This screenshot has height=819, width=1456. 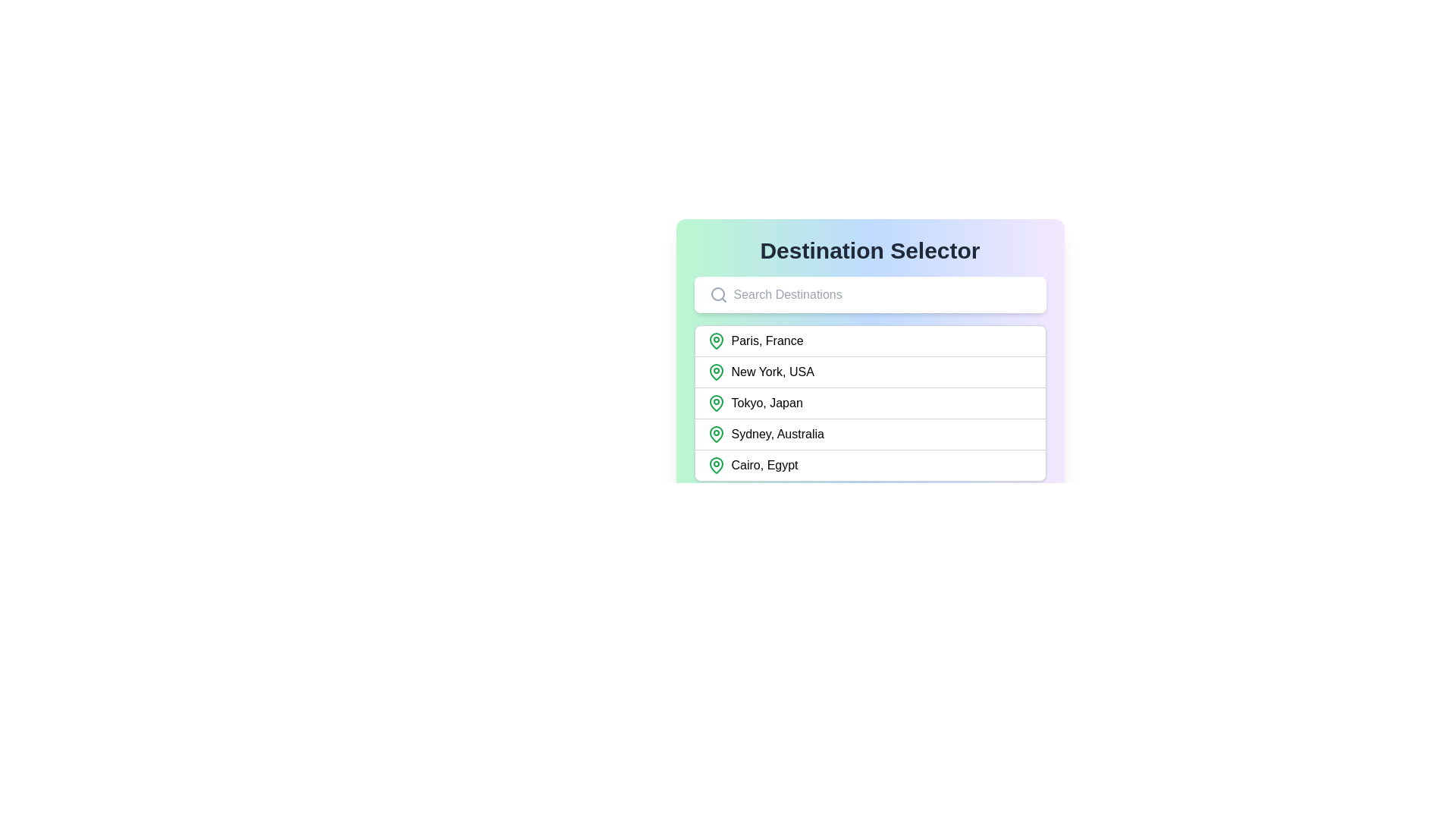 What do you see at coordinates (717, 295) in the screenshot?
I see `the circular gray magnifying glass icon located on the left side of the search bar within the 'Destination Selector' card` at bounding box center [717, 295].